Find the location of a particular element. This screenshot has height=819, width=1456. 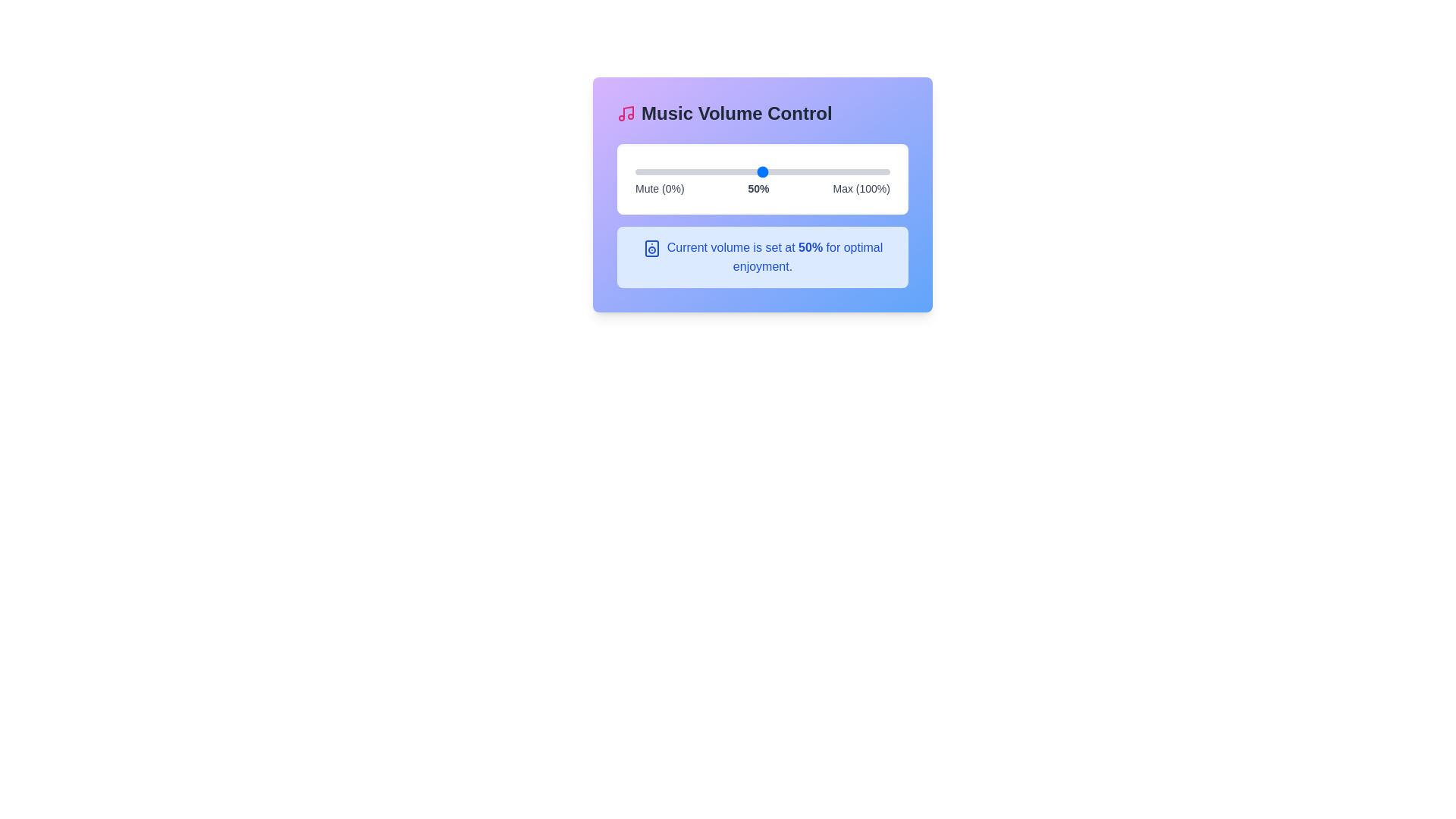

the volume slider to set the volume to 74% is located at coordinates (823, 171).